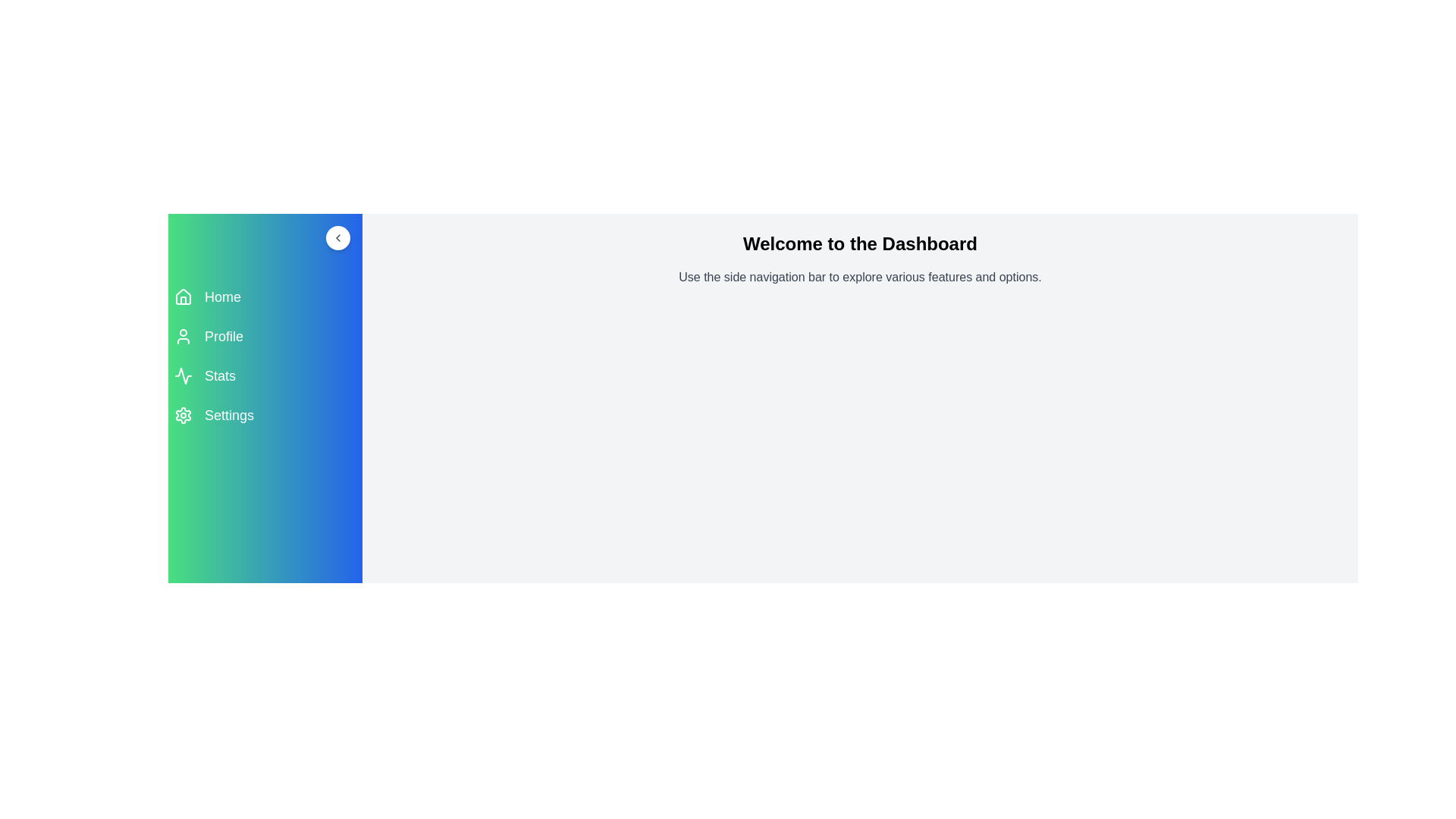 The width and height of the screenshot is (1456, 819). I want to click on the 'Stats' icon in the navigation menu, so click(182, 375).